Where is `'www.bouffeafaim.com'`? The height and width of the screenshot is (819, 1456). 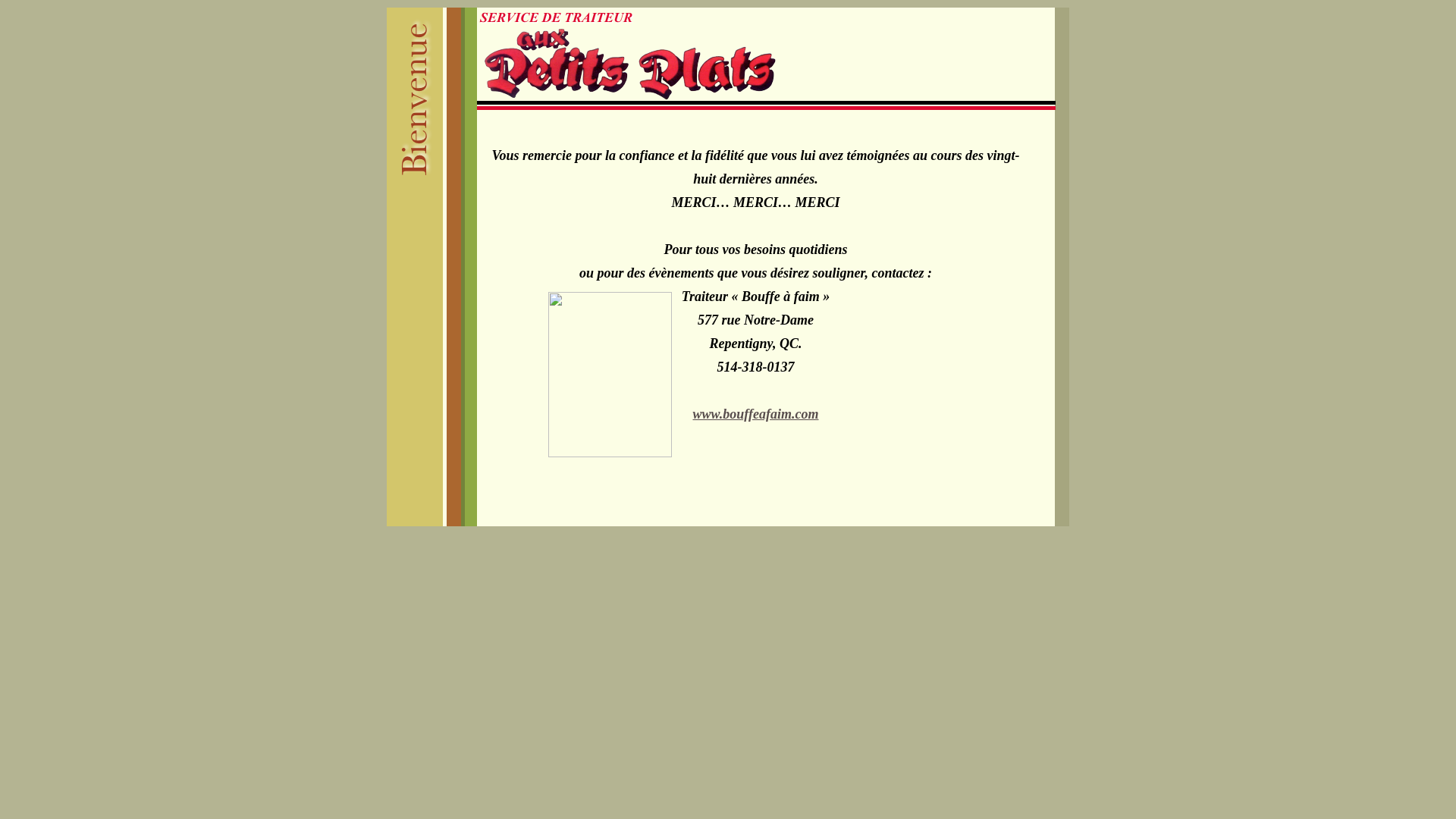
'www.bouffeafaim.com' is located at coordinates (756, 414).